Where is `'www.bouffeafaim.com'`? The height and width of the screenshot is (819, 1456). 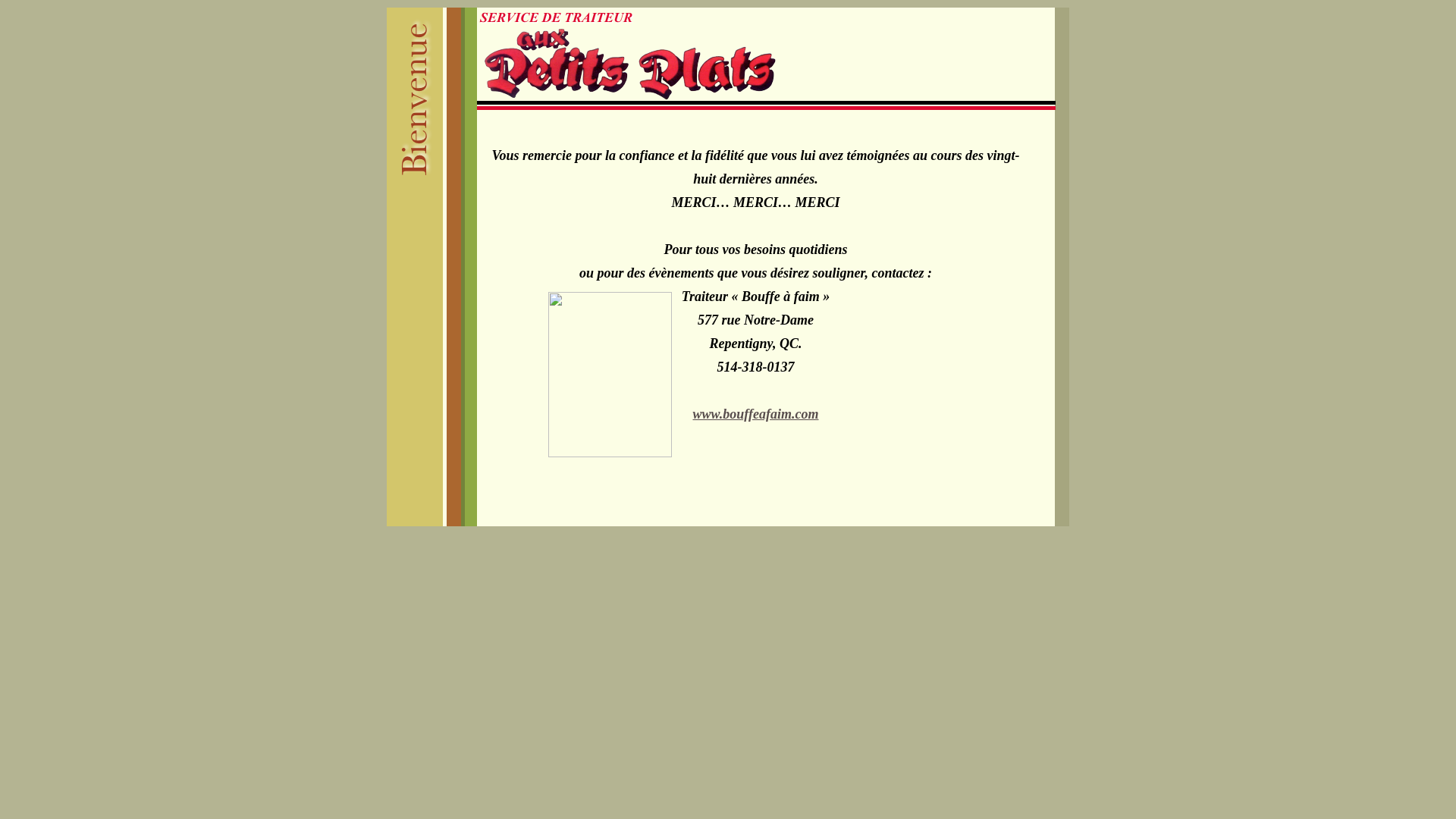
'www.bouffeafaim.com' is located at coordinates (756, 414).